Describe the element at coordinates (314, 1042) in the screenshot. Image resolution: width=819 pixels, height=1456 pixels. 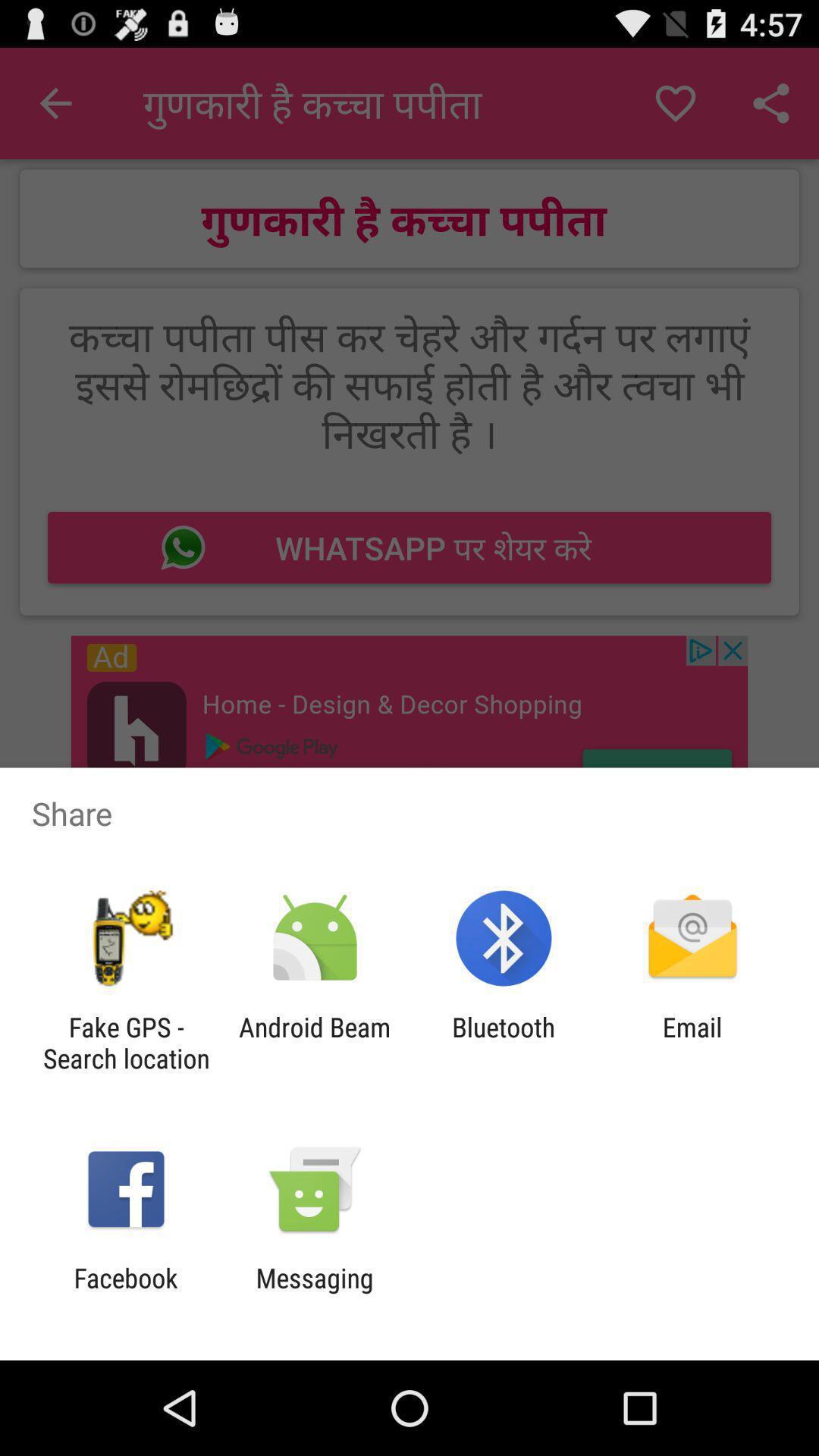
I see `icon next to fake gps search item` at that location.